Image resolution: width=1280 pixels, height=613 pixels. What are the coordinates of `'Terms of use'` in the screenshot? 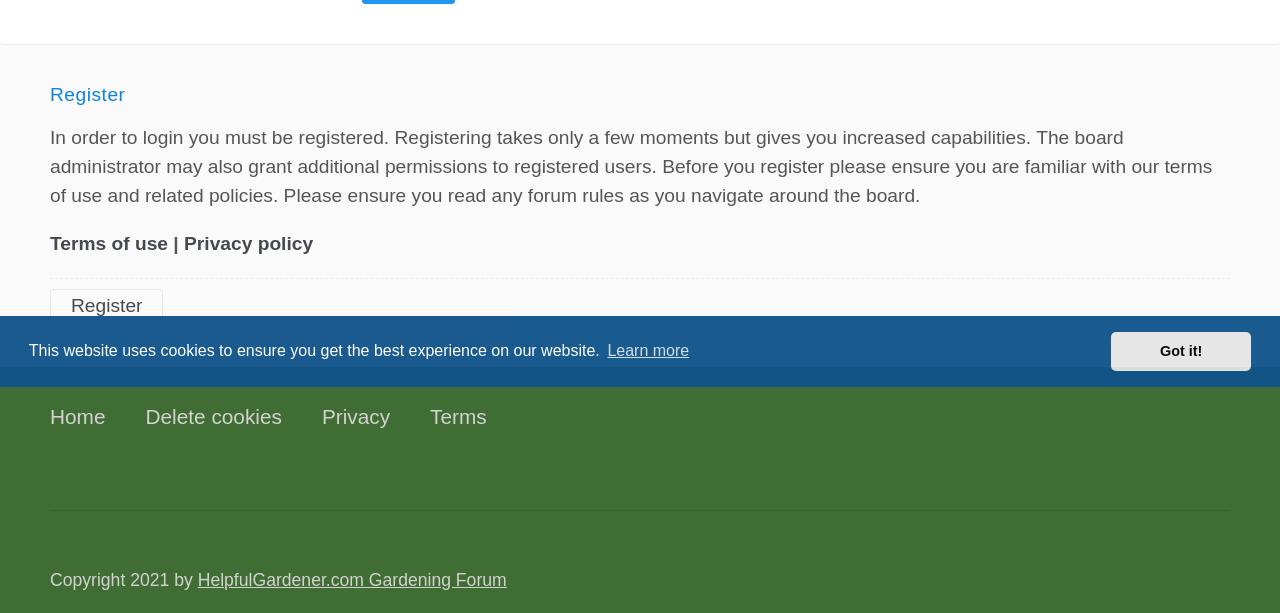 It's located at (50, 242).